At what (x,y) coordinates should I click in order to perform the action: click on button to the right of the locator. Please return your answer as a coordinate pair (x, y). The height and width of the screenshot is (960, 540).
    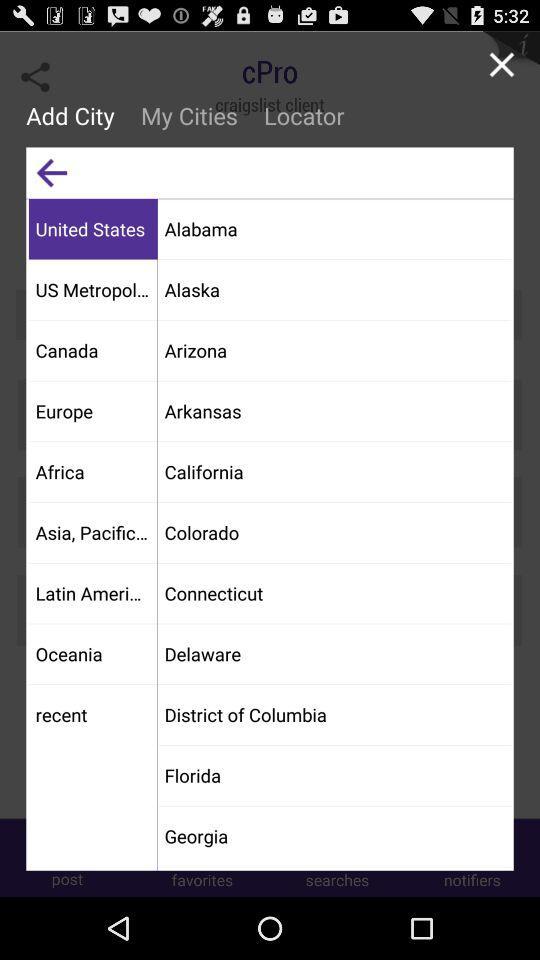
    Looking at the image, I should click on (500, 64).